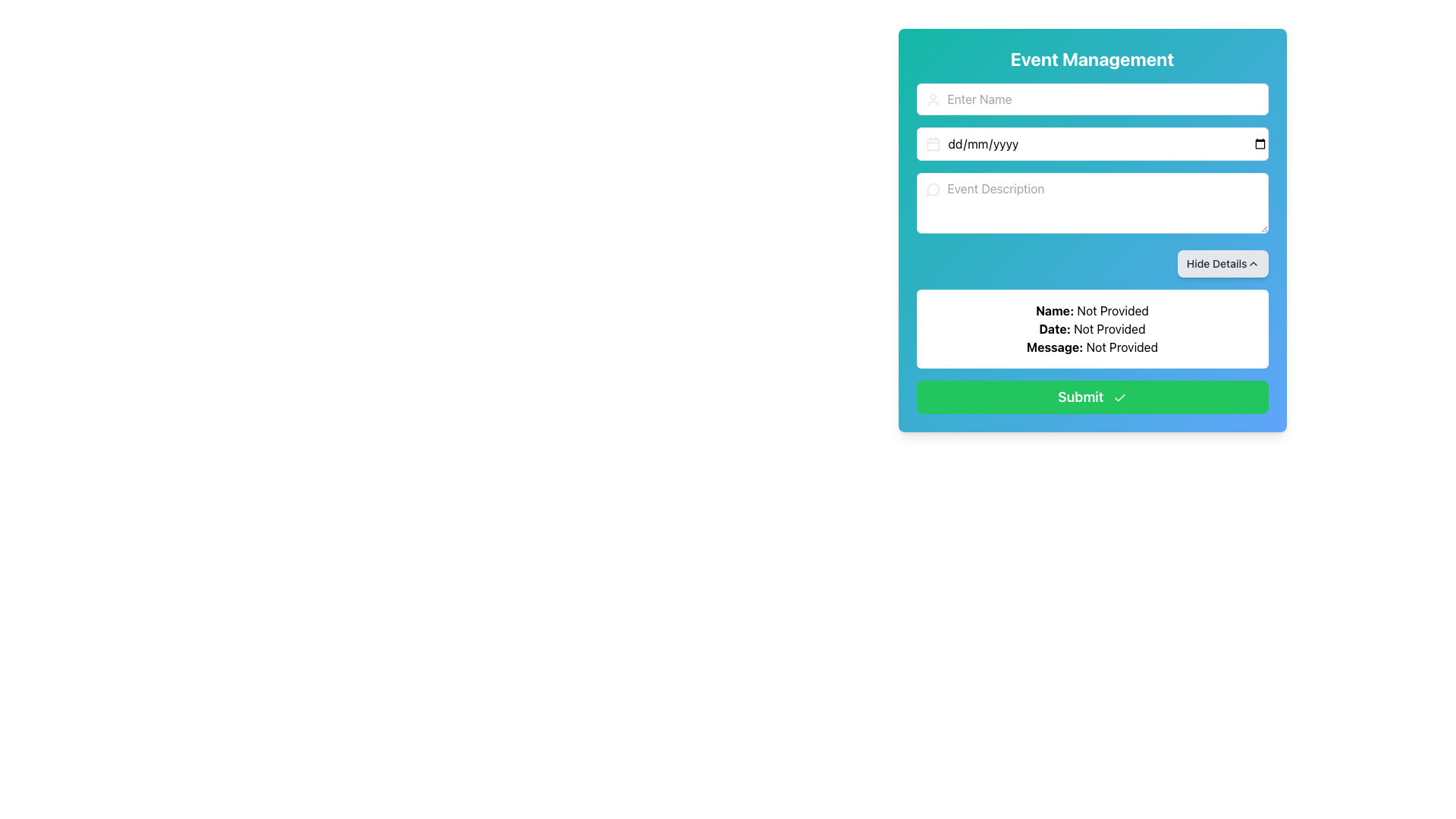 This screenshot has height=819, width=1456. What do you see at coordinates (1054, 347) in the screenshot?
I see `the static text label that identifies the nature of the information, located just above the 'Submit' button and aligned with the 'Name:' and 'Date:' labels` at bounding box center [1054, 347].